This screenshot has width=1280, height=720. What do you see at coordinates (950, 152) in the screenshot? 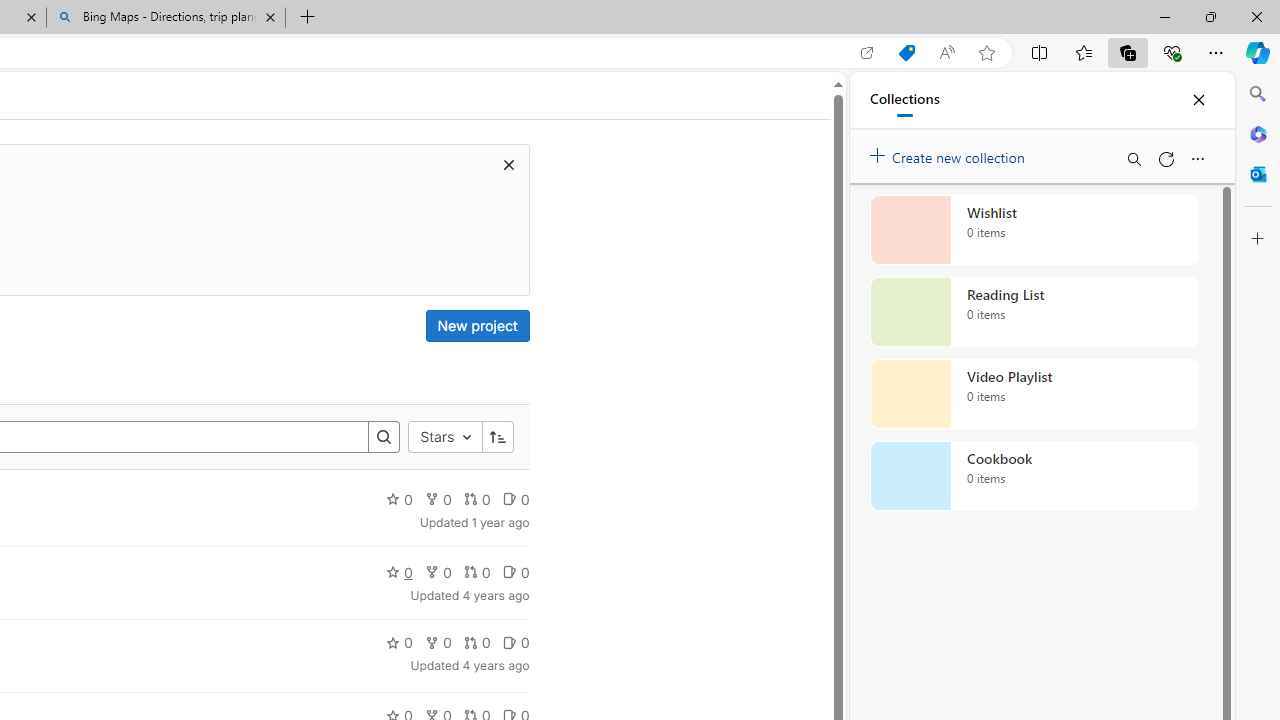
I see `'Create new collection'` at bounding box center [950, 152].